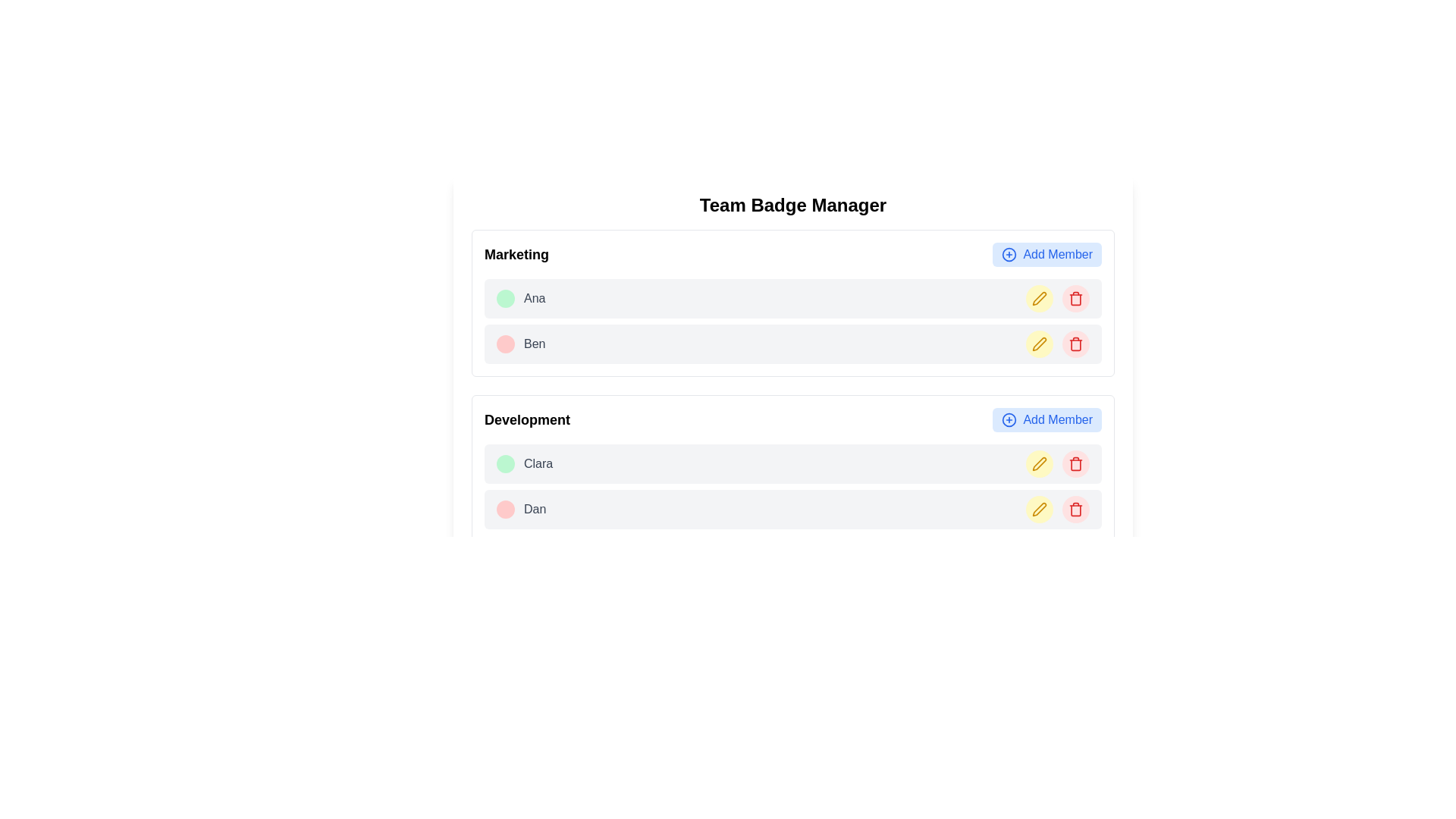 Image resolution: width=1456 pixels, height=819 pixels. I want to click on SVG Circle element, which is a part of the plus-circle icon located in the top-right section of the 'Marketing' group, using developer tools, so click(1009, 253).